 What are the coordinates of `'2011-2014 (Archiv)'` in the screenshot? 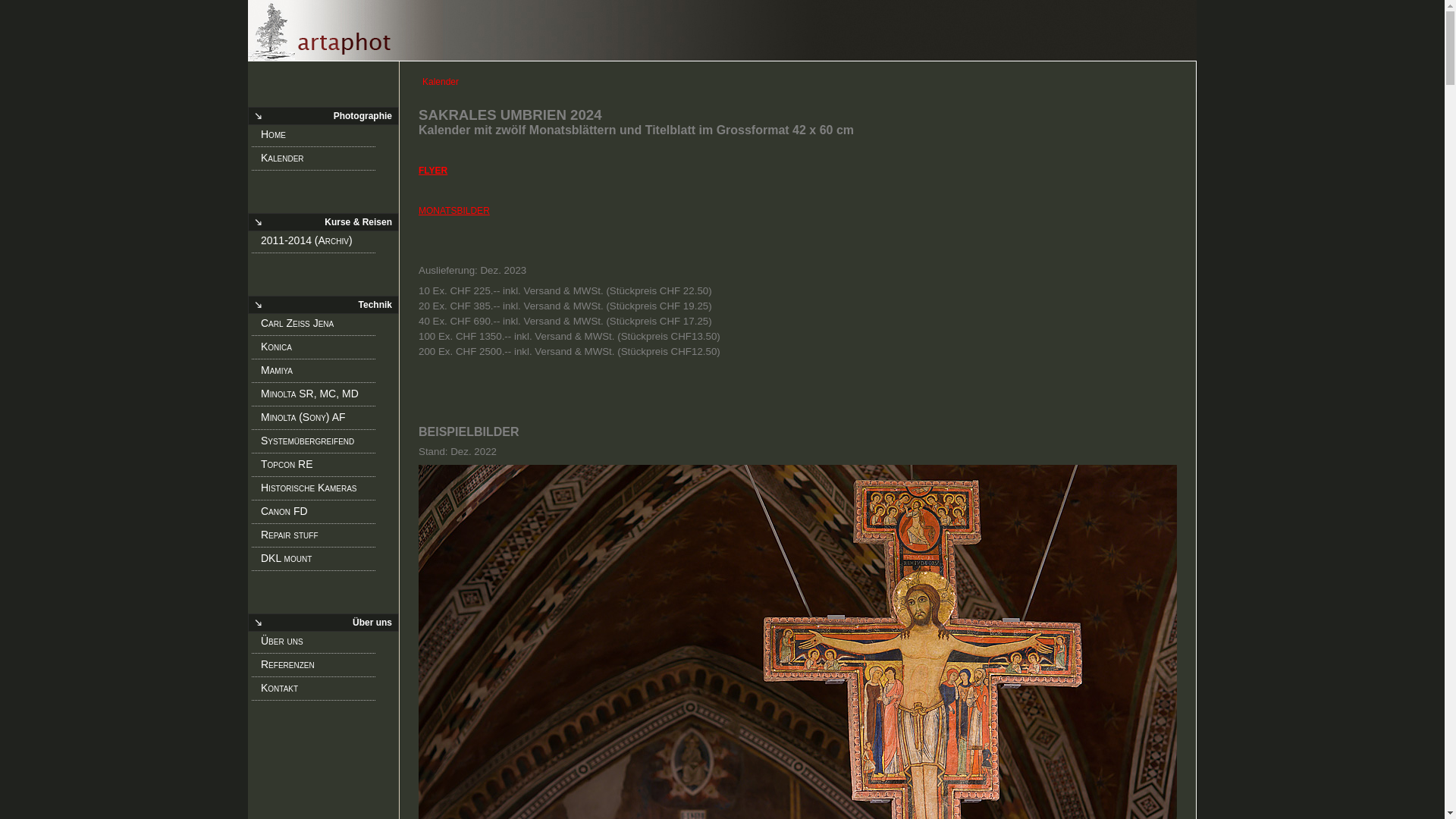 It's located at (318, 242).